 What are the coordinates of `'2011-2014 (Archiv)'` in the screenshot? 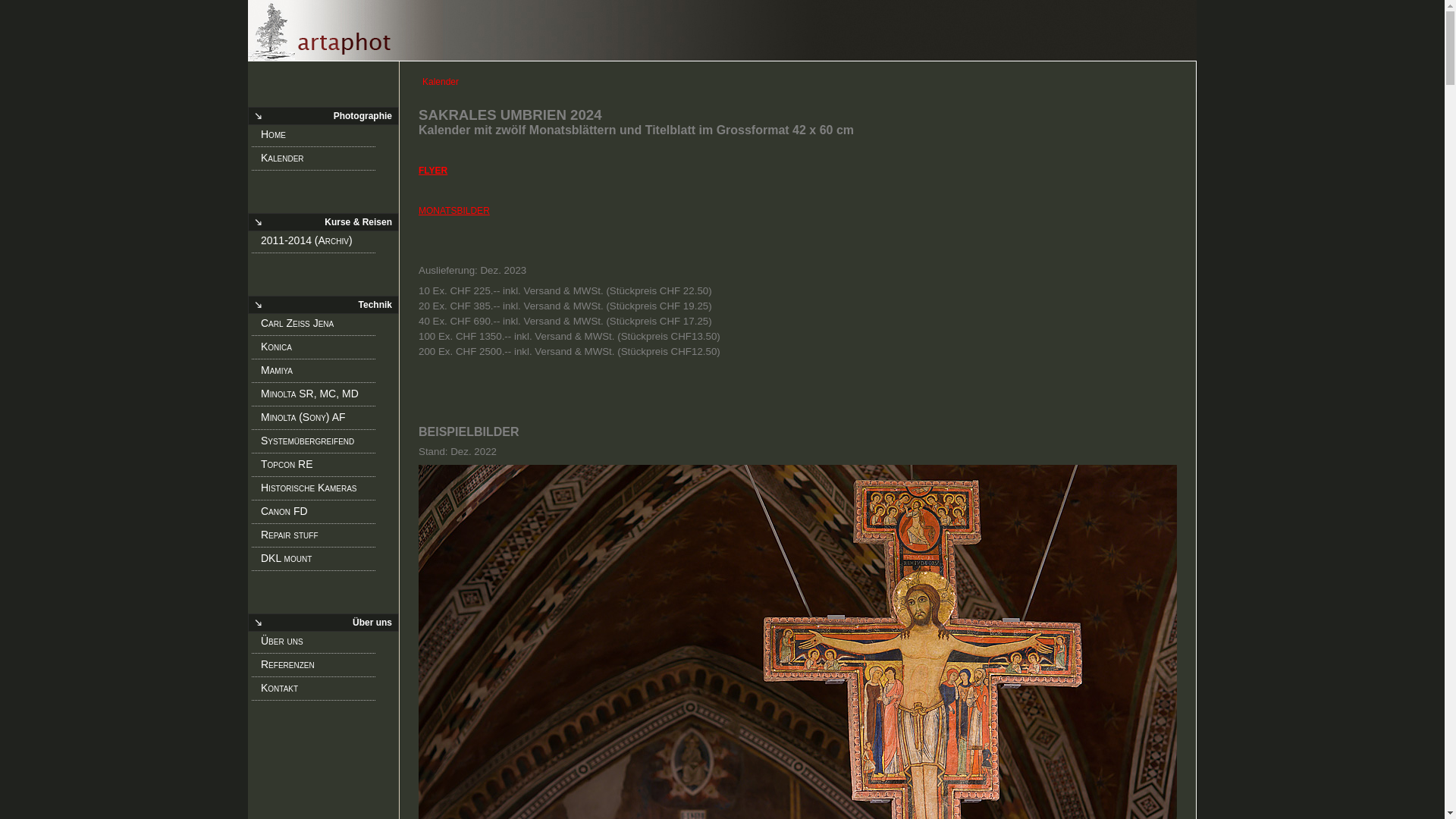 It's located at (318, 242).